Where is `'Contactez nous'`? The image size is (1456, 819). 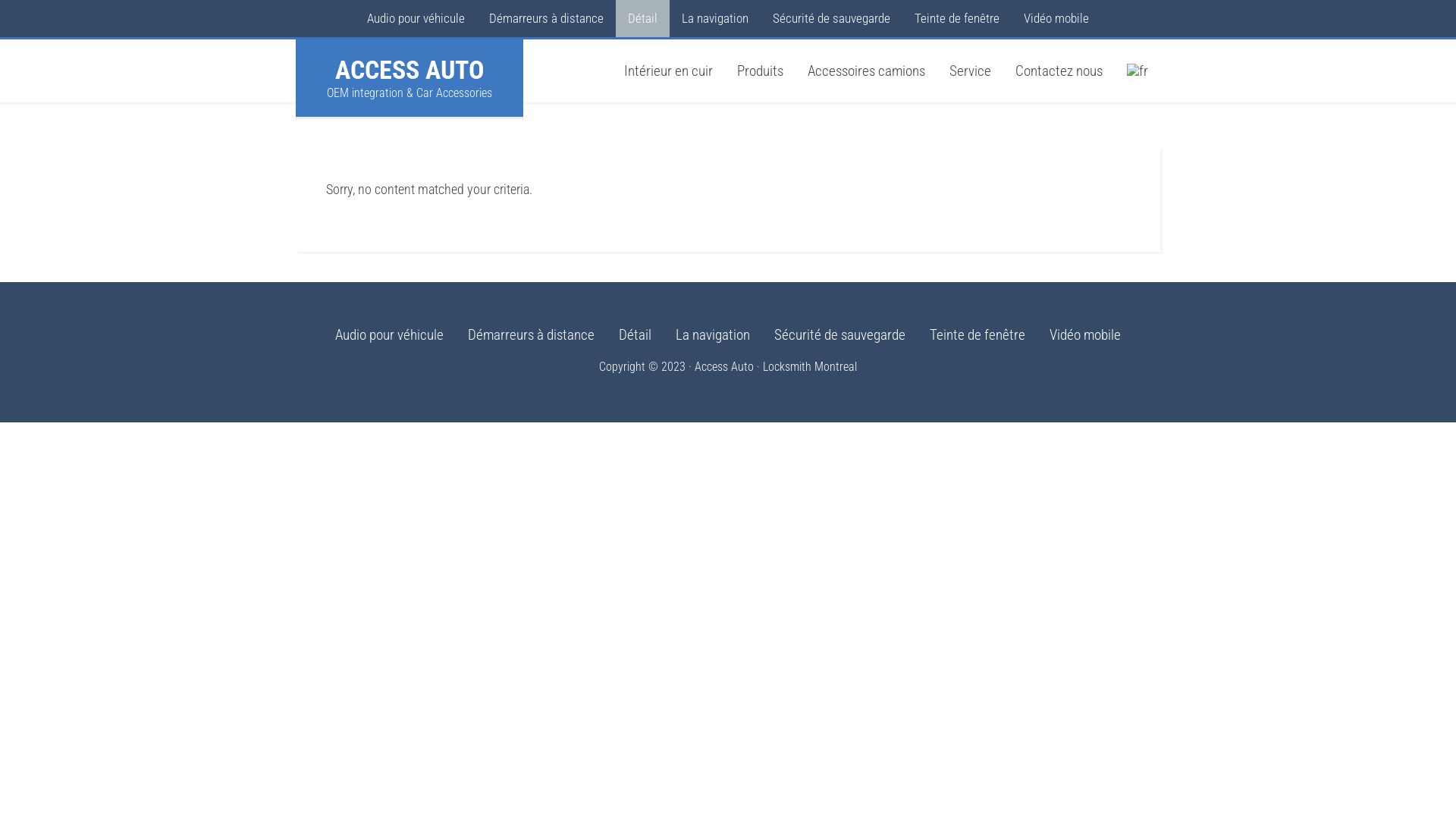 'Contactez nous' is located at coordinates (1058, 71).